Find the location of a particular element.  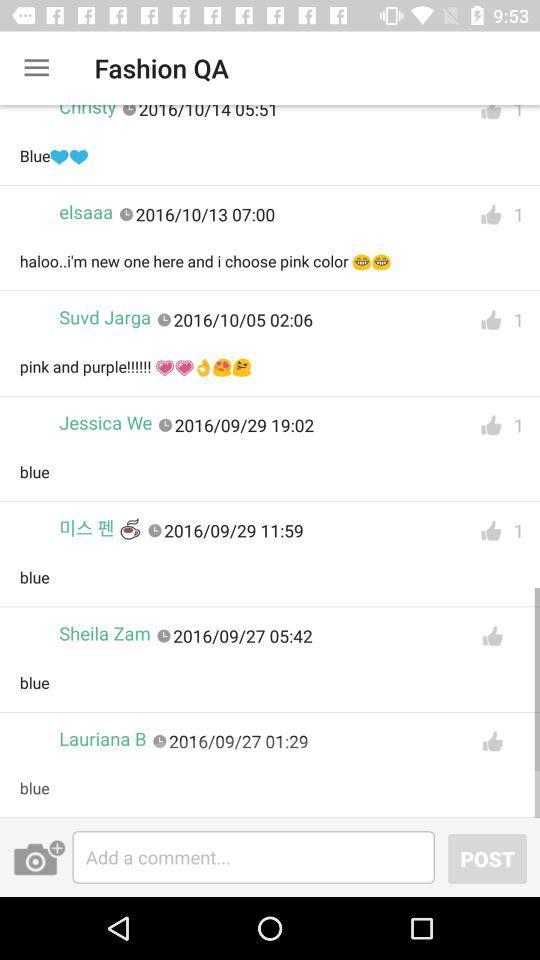

item below blue item is located at coordinates (486, 857).